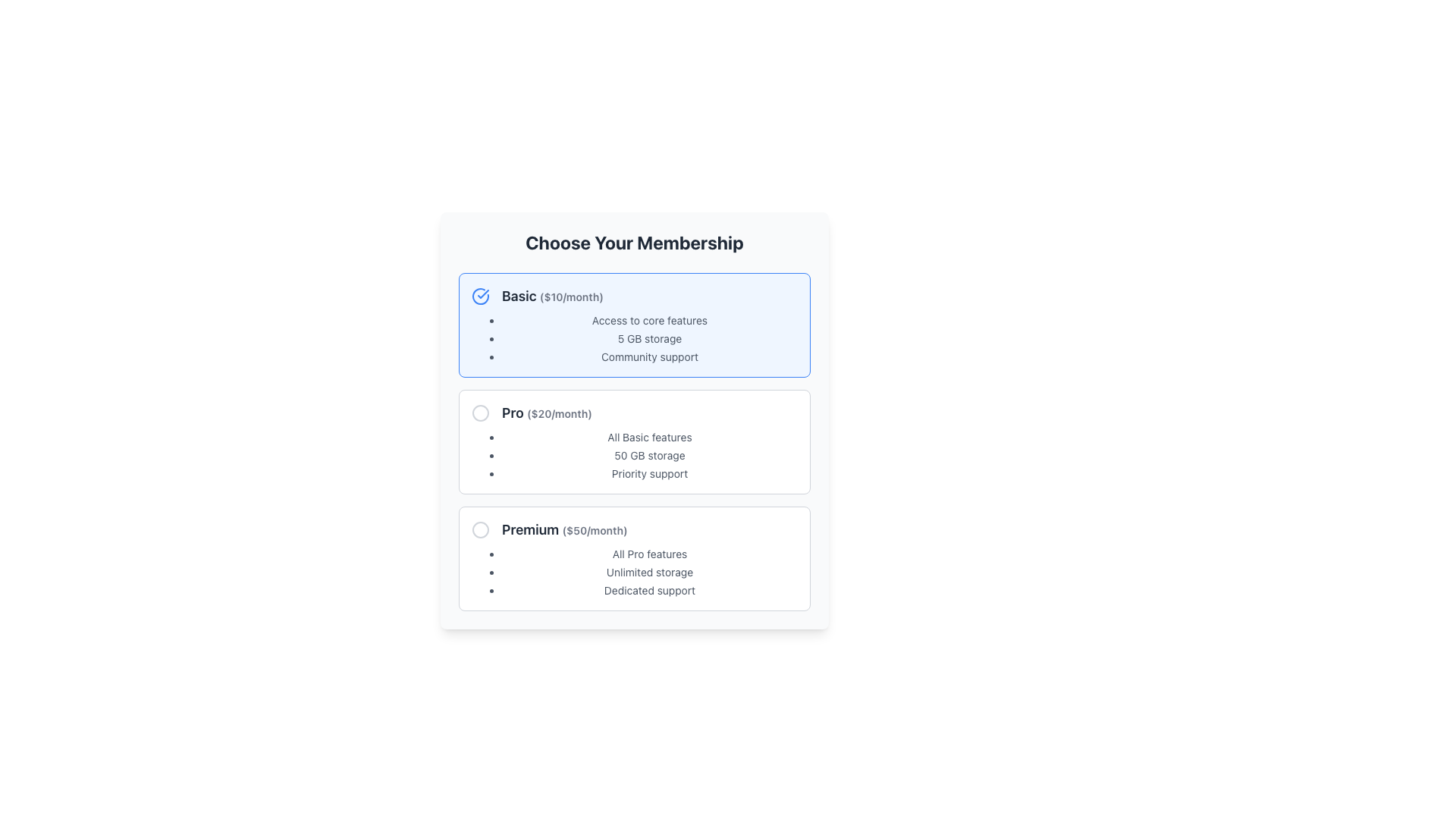 The width and height of the screenshot is (1456, 819). Describe the element at coordinates (634, 455) in the screenshot. I see `the text list containing items: 'All Basic features', '50 GB storage', and 'Priority support', located within the 'Pro ($20/month)' option box` at that location.